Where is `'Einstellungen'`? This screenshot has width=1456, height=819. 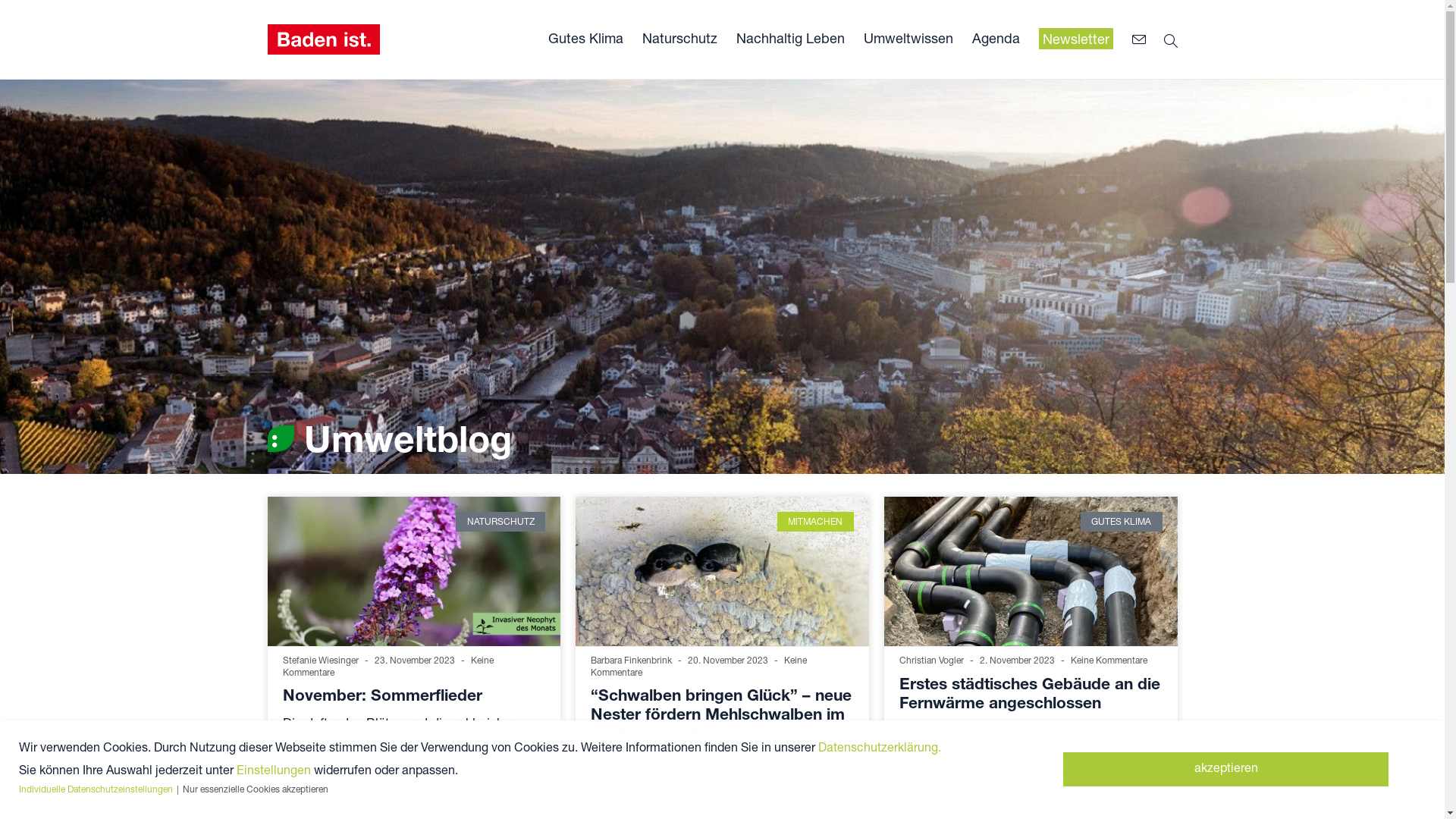
'Einstellungen' is located at coordinates (273, 769).